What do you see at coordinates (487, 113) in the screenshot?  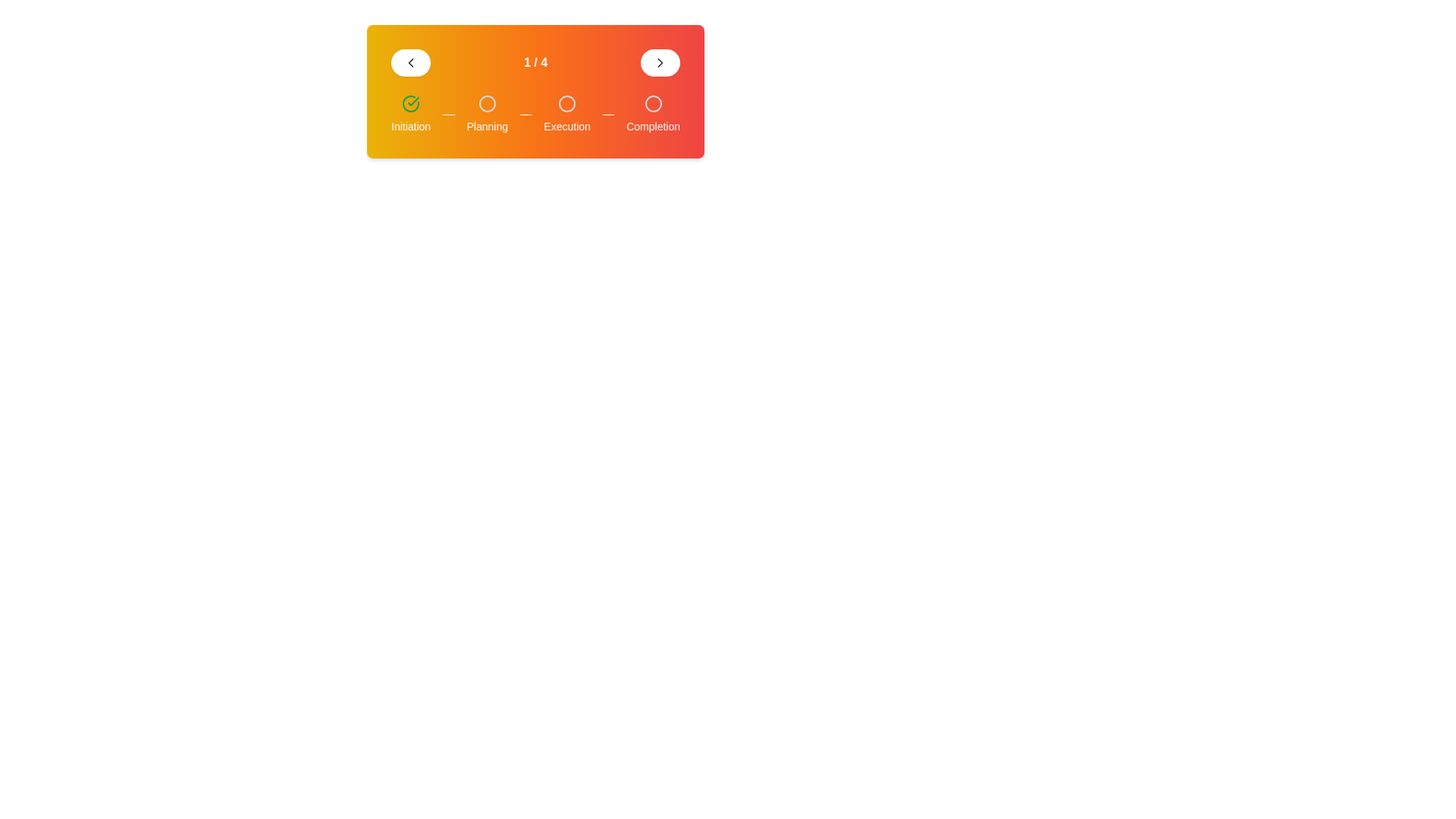 I see `label of the 'Planning' stage indicator in the multi-step progress tracker, which is the second step between 'Initiation' and 'Execution'` at bounding box center [487, 113].